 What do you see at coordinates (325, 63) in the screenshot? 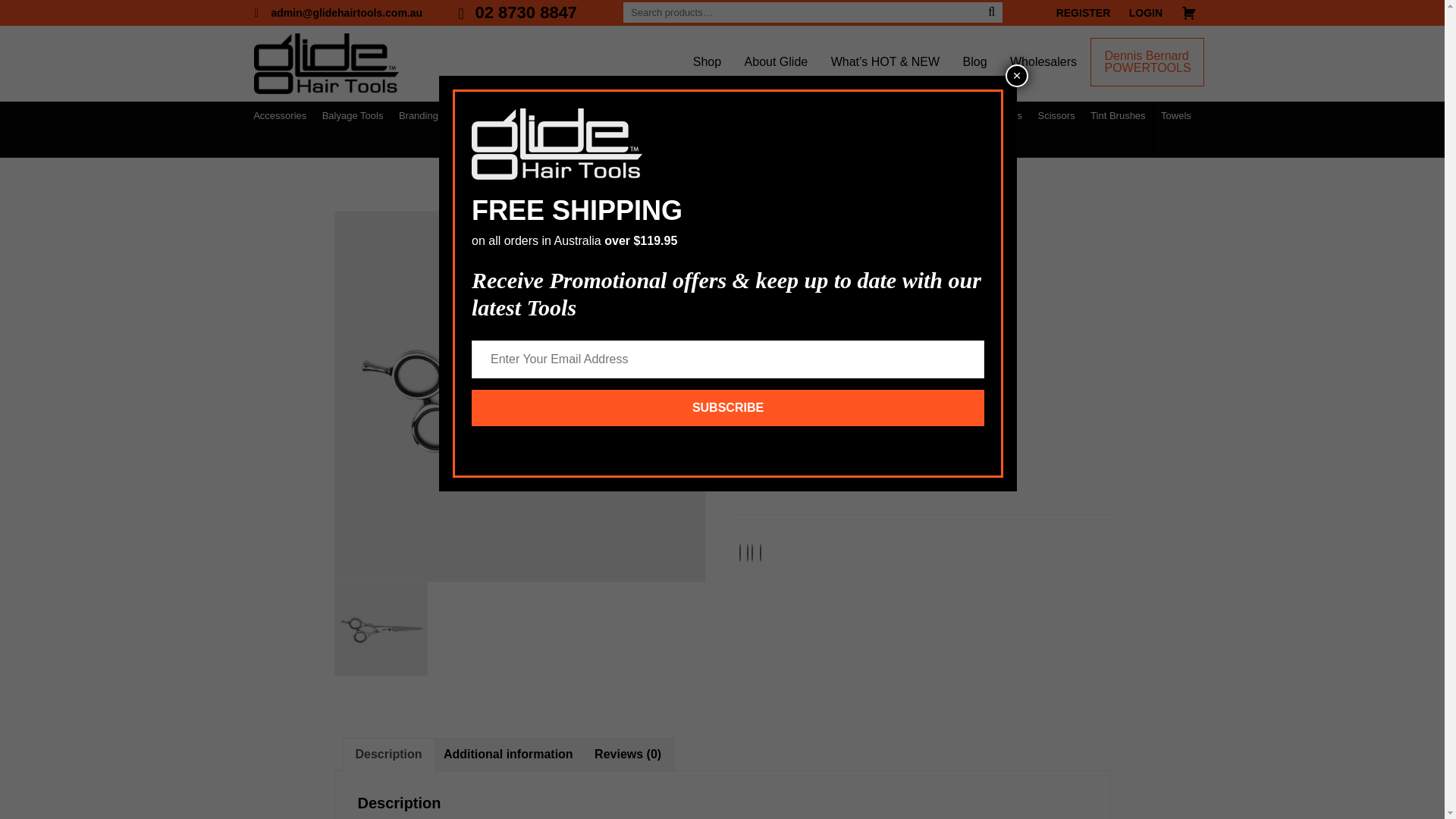
I see `'Glide Hair Tools'` at bounding box center [325, 63].